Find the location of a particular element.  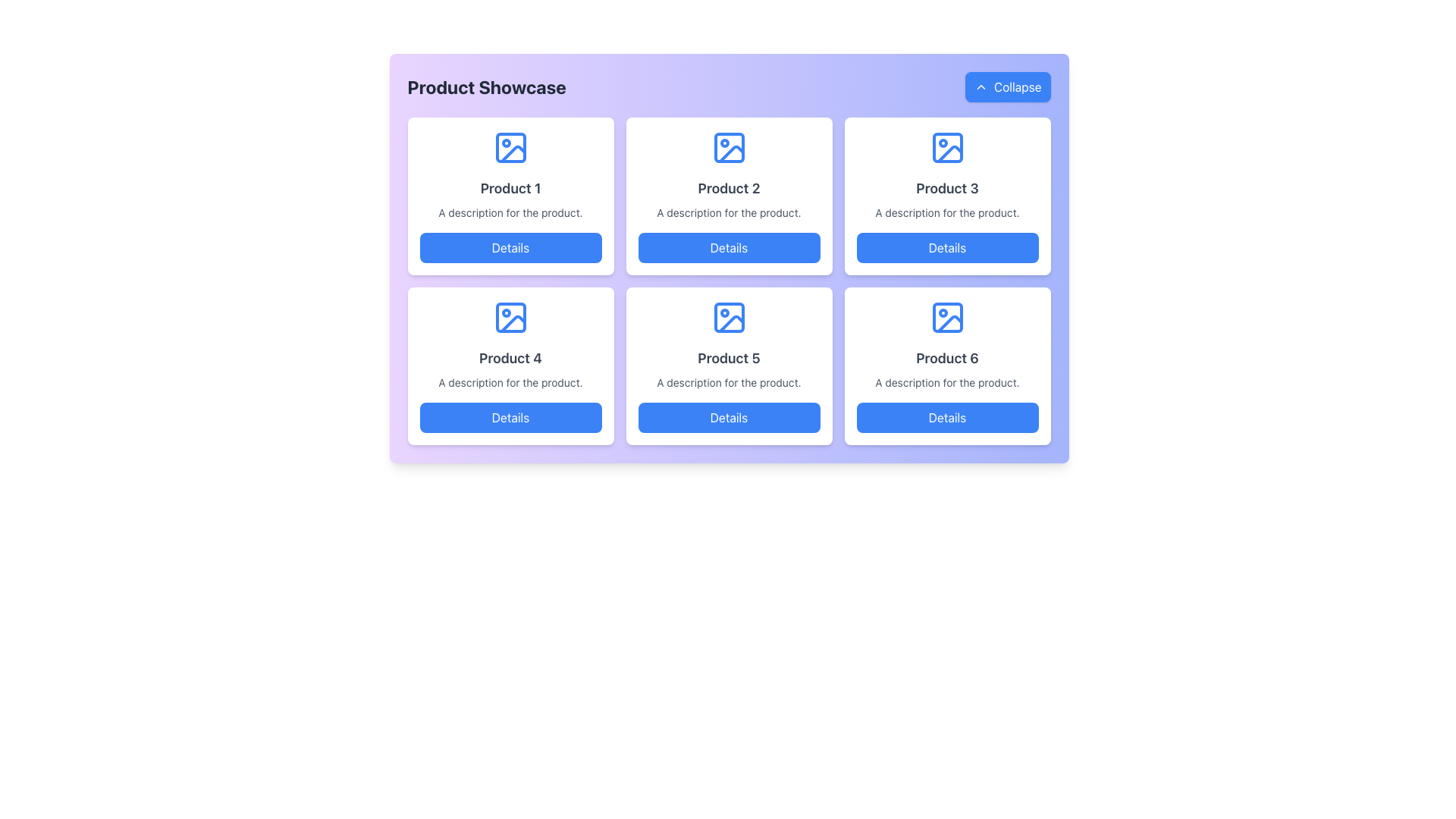

the 'Product Showcase' text label, which is a bold, large font label on a light gradient background in the header section is located at coordinates (487, 87).